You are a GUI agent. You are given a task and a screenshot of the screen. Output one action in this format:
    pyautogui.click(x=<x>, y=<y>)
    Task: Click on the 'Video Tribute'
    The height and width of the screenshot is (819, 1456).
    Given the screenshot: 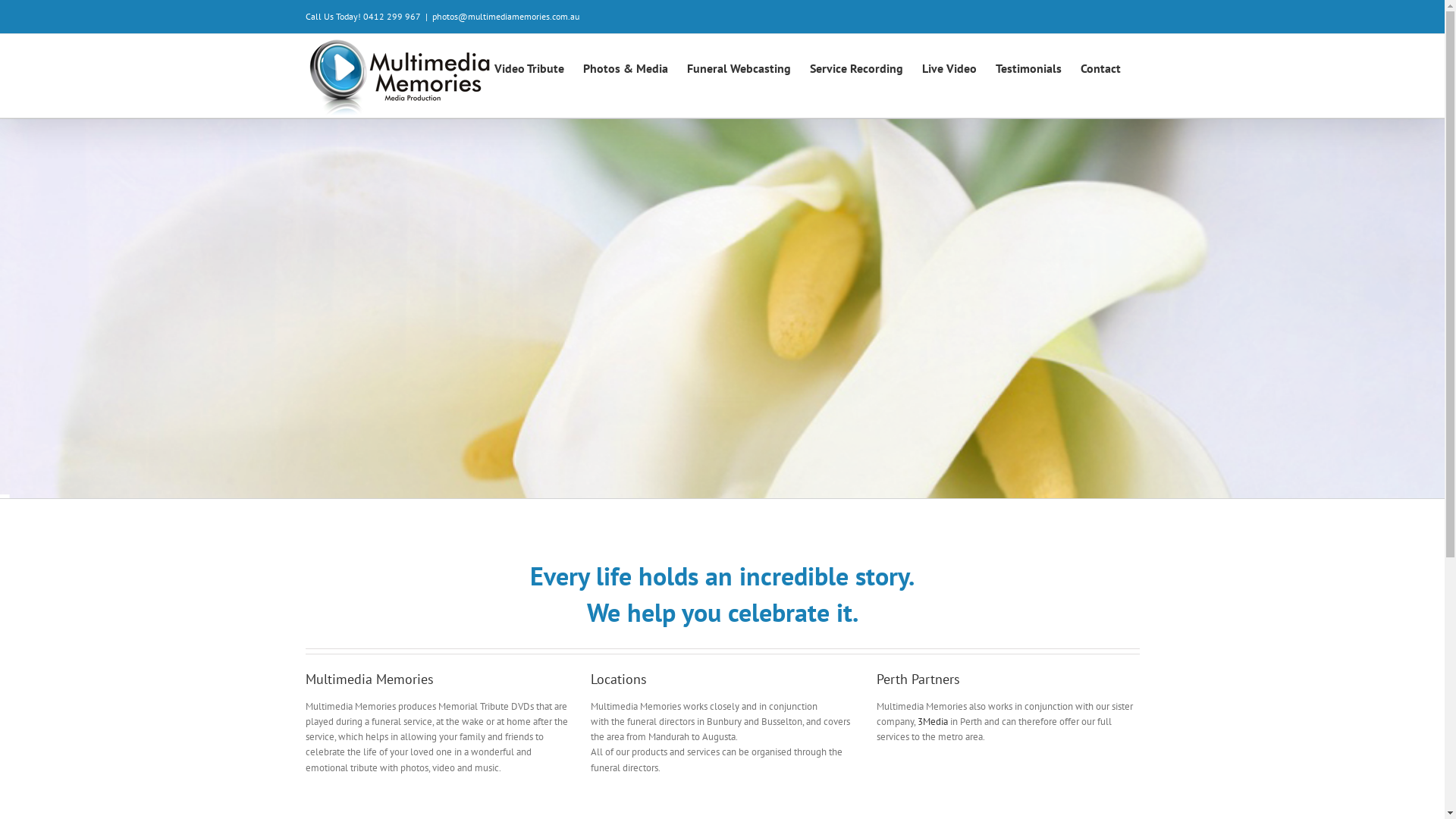 What is the action you would take?
    pyautogui.click(x=529, y=66)
    